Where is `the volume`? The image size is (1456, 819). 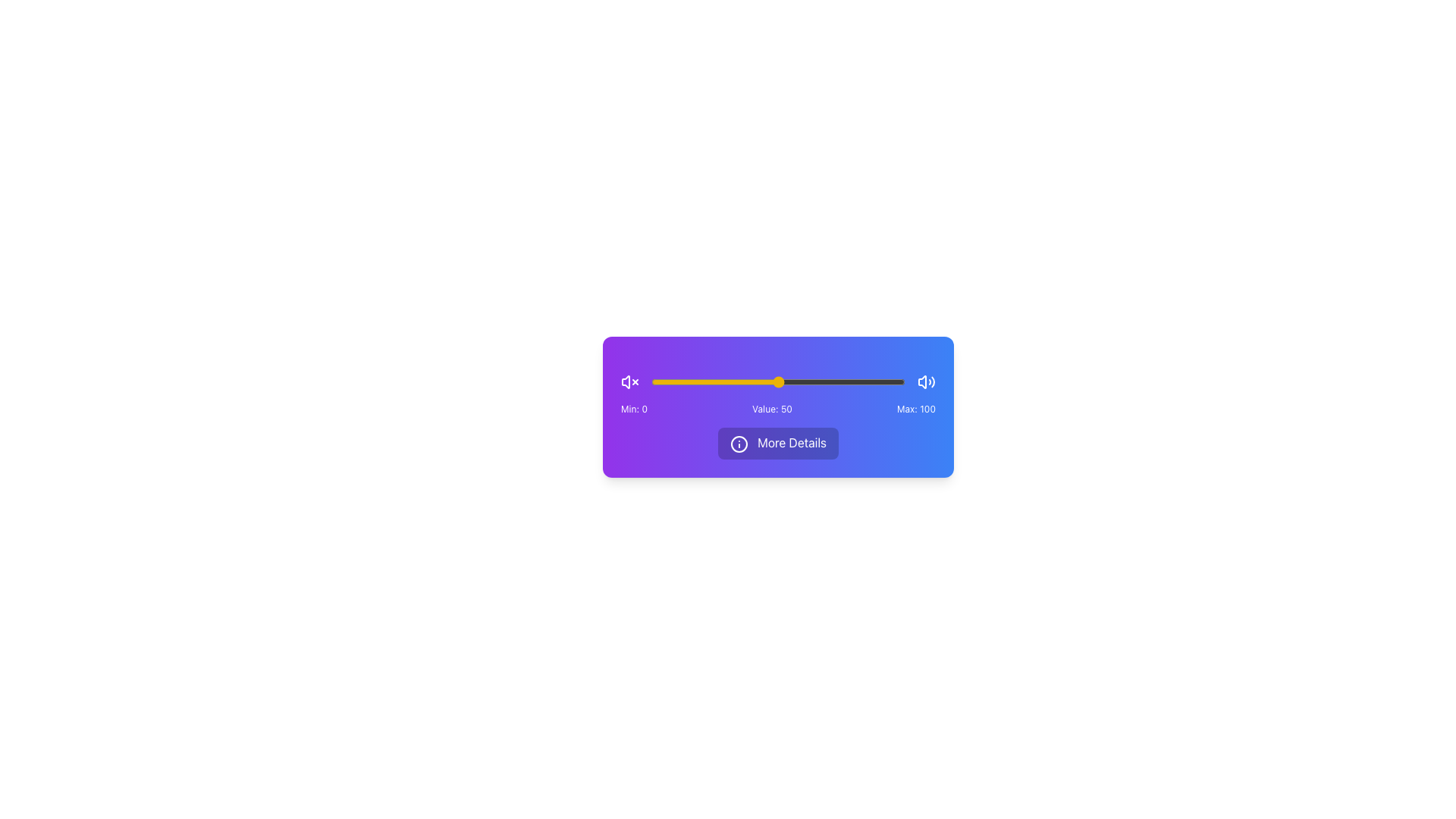 the volume is located at coordinates (900, 381).